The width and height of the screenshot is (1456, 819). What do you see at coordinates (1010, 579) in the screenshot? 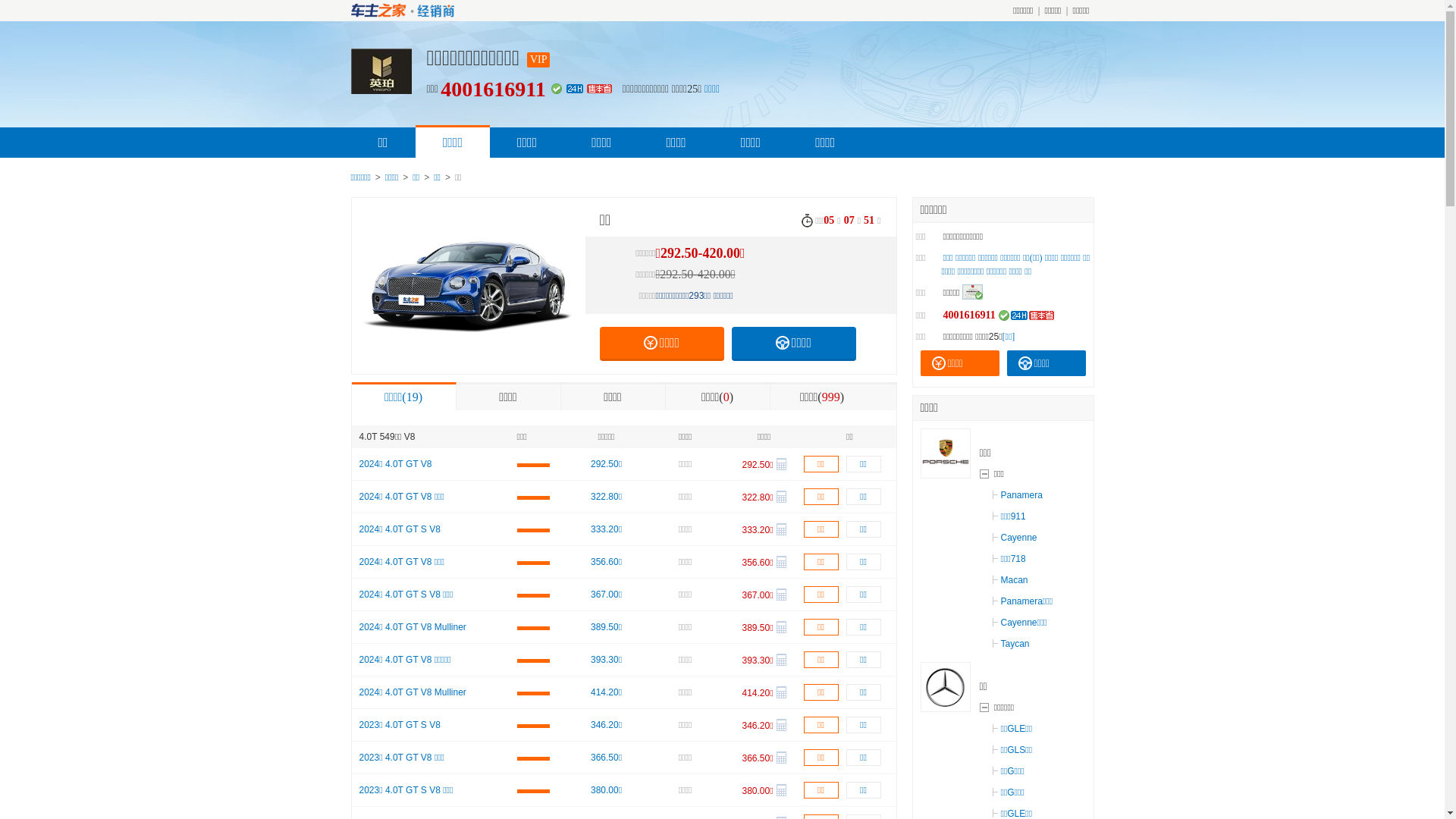
I see `'Macan'` at bounding box center [1010, 579].